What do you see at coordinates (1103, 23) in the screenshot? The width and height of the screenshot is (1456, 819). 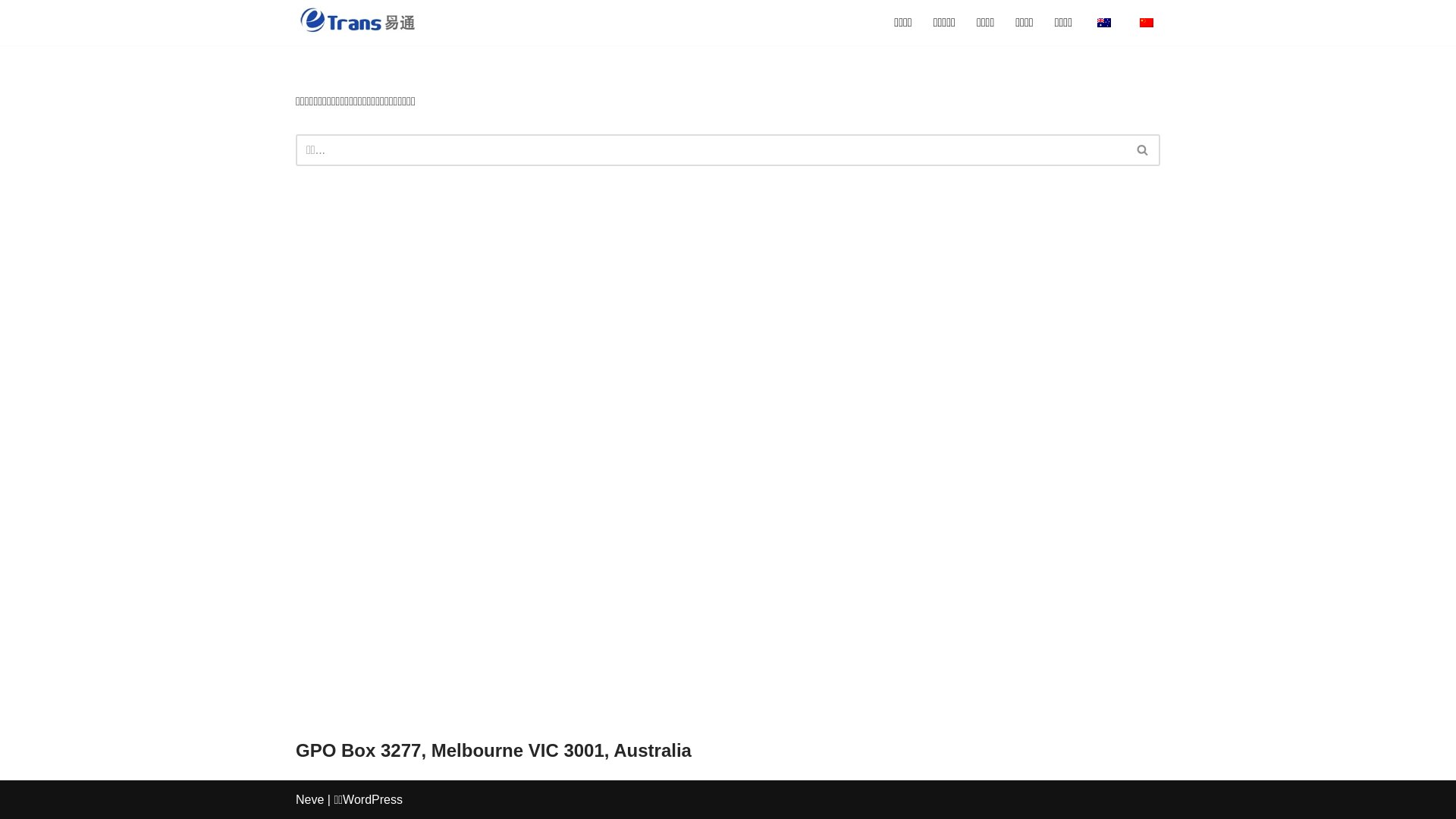 I see `'English (Australia)'` at bounding box center [1103, 23].